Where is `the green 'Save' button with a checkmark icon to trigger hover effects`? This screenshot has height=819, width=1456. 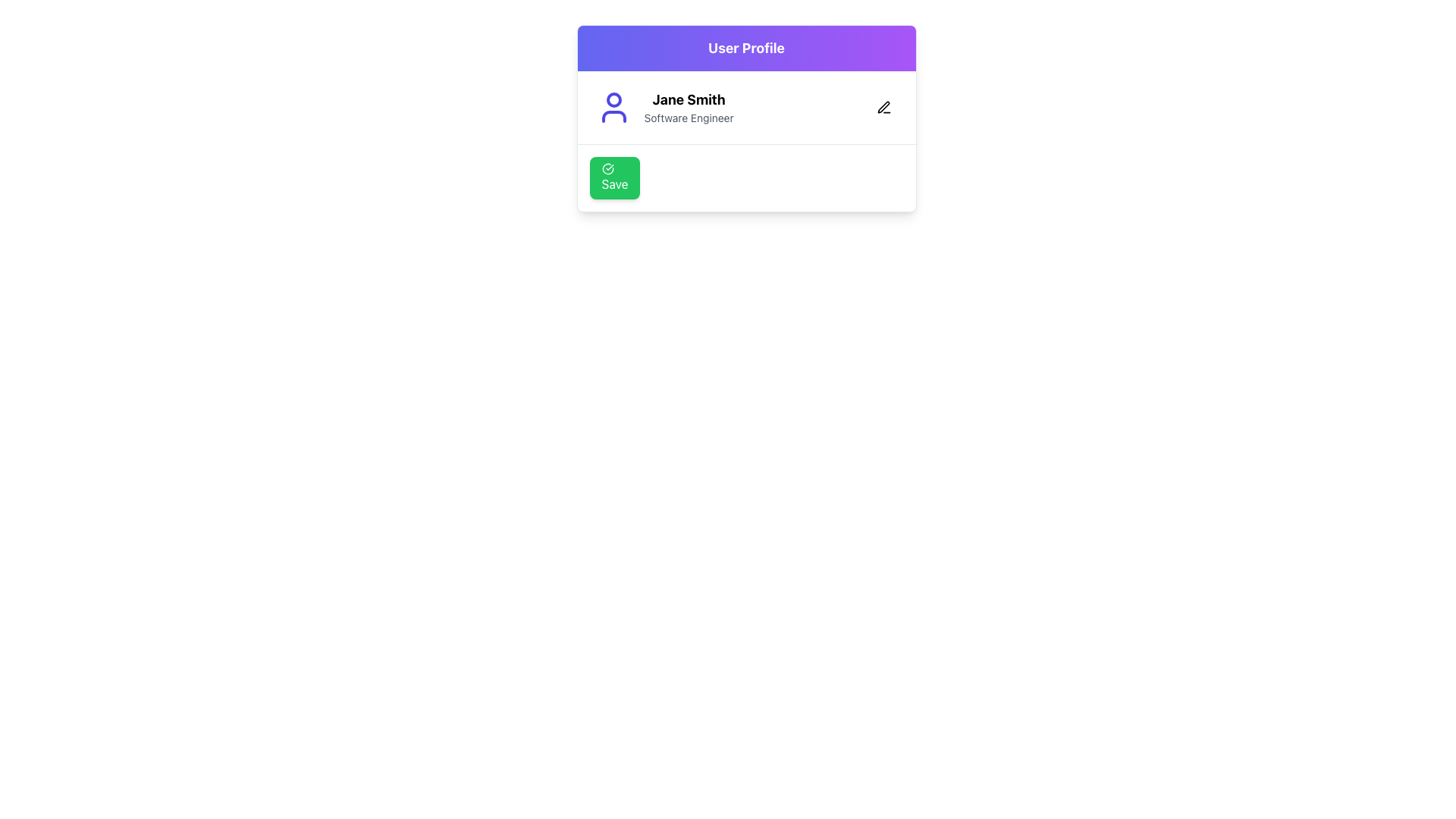 the green 'Save' button with a checkmark icon to trigger hover effects is located at coordinates (615, 177).